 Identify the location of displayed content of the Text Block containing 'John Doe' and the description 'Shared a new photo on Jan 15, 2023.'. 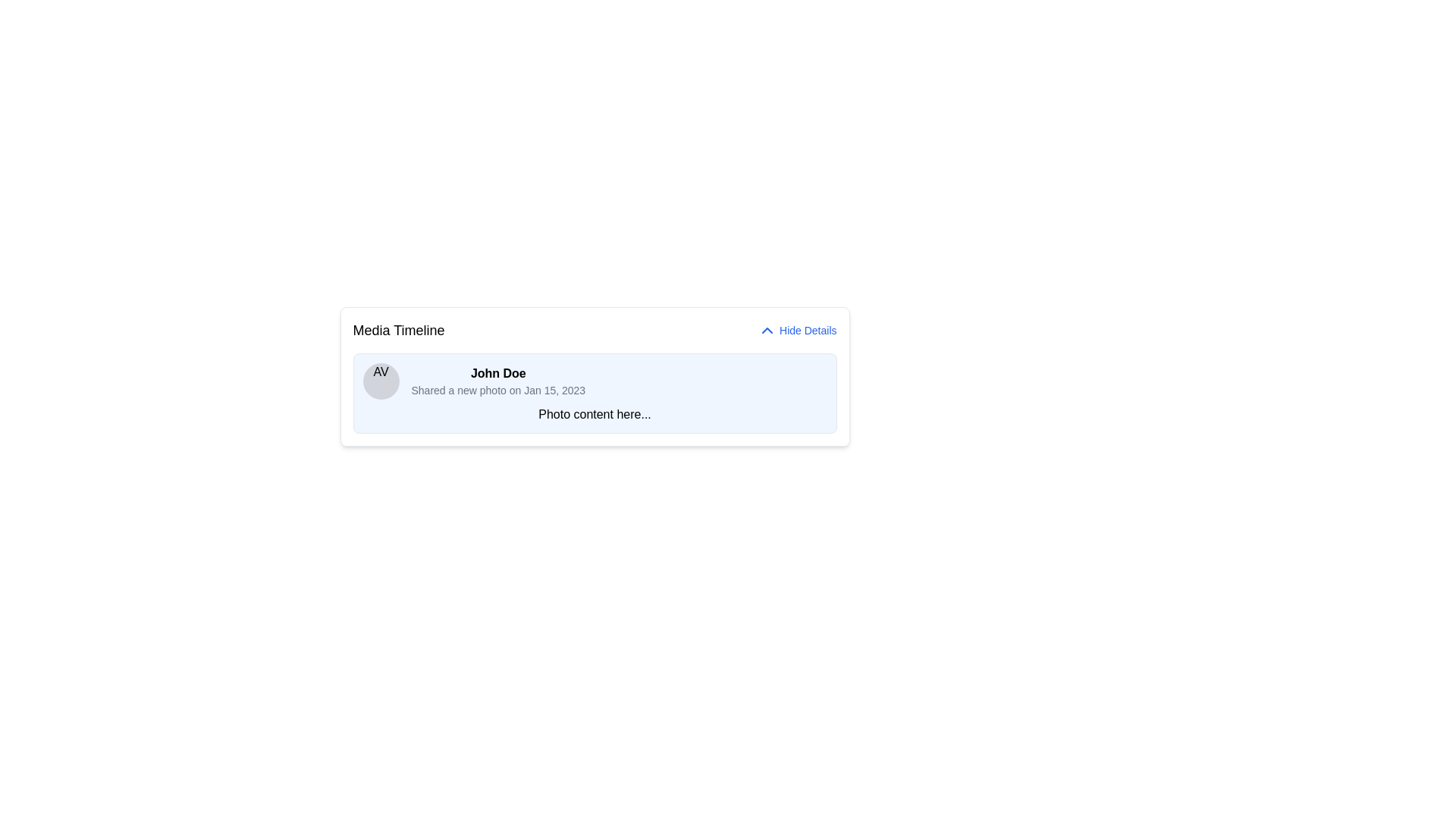
(498, 380).